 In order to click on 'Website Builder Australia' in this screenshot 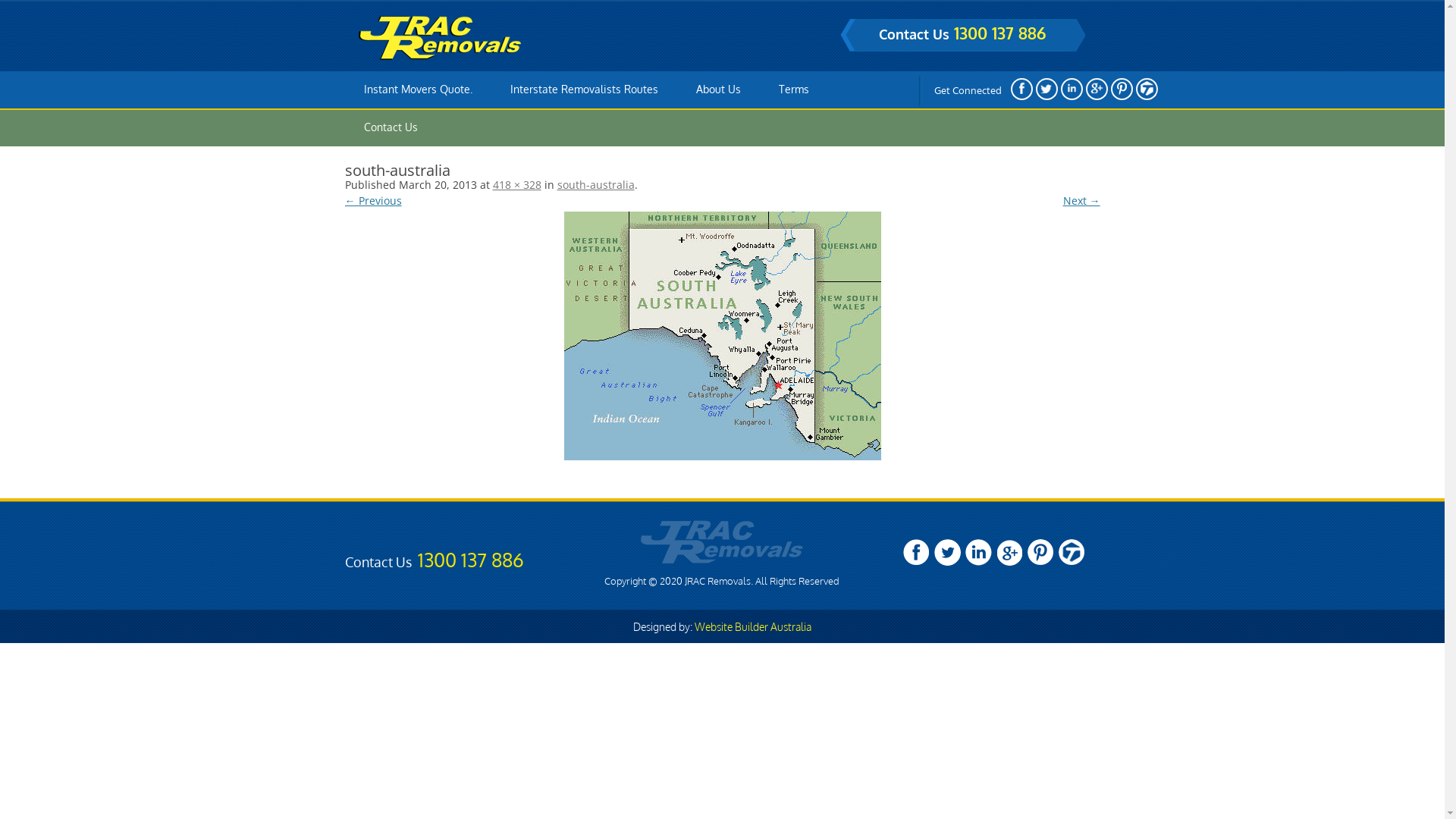, I will do `click(753, 626)`.